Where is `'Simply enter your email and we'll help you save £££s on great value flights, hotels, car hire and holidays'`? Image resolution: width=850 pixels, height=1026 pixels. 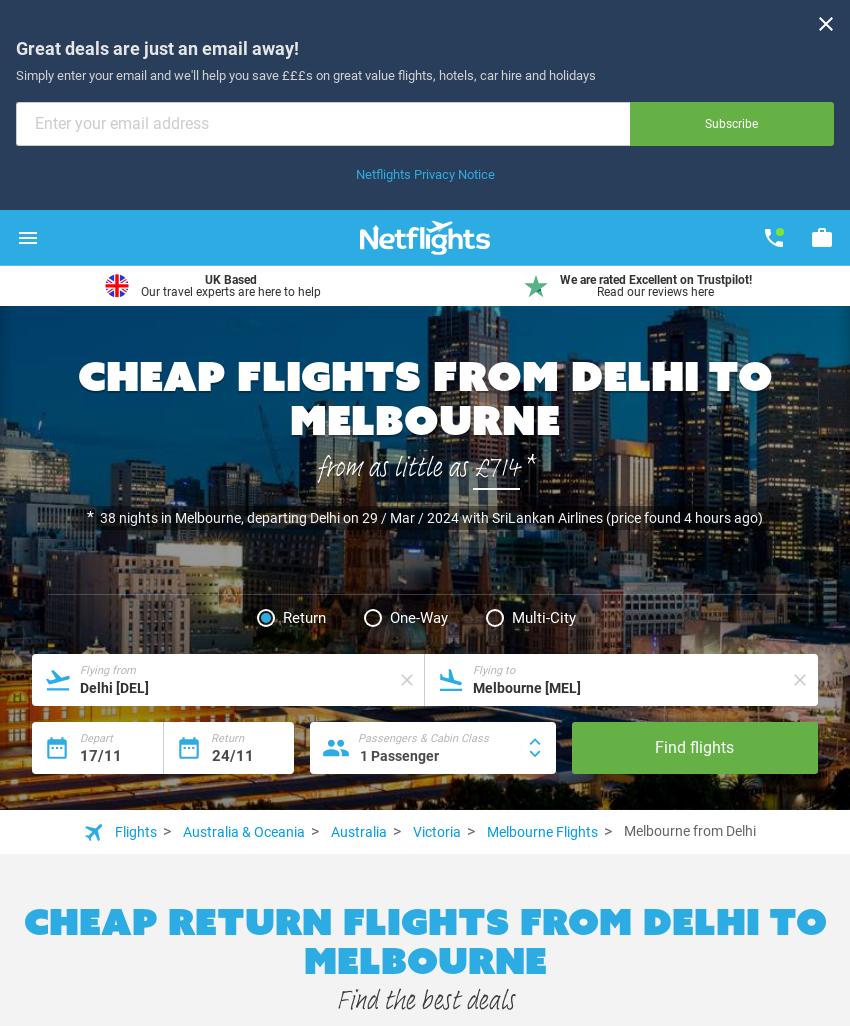 'Simply enter your email and we'll help you save £££s on great value flights, hotels, car hire and holidays' is located at coordinates (306, 74).